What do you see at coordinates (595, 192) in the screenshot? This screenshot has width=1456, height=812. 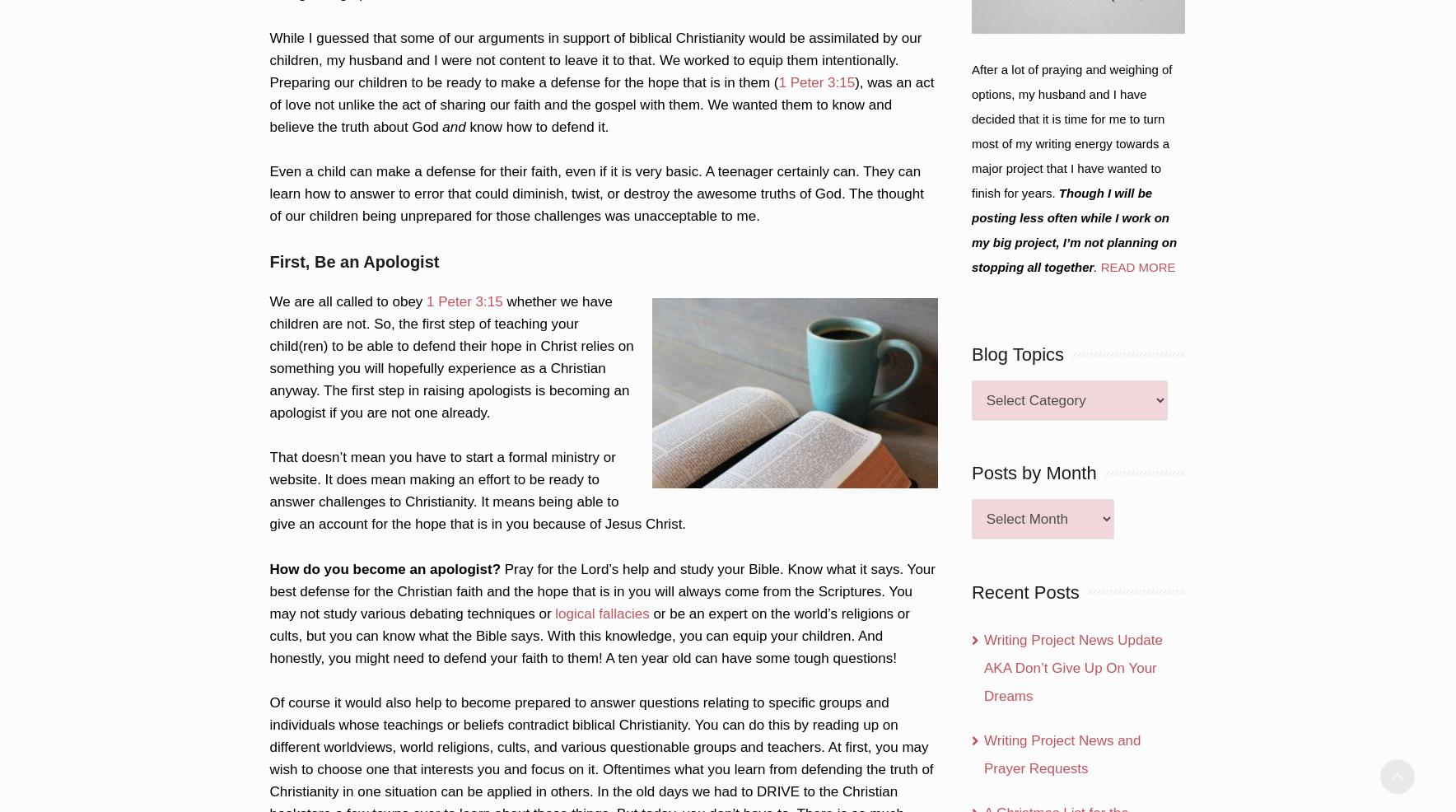 I see `'Even a child can make a defense for their faith, even if it is very basic. A teenager certainly can. They can learn how to answer to error that could diminish, twist, or destroy the awesome truths of God. The thought of our children being unprepared for those challenges was unacceptable to me.'` at bounding box center [595, 192].